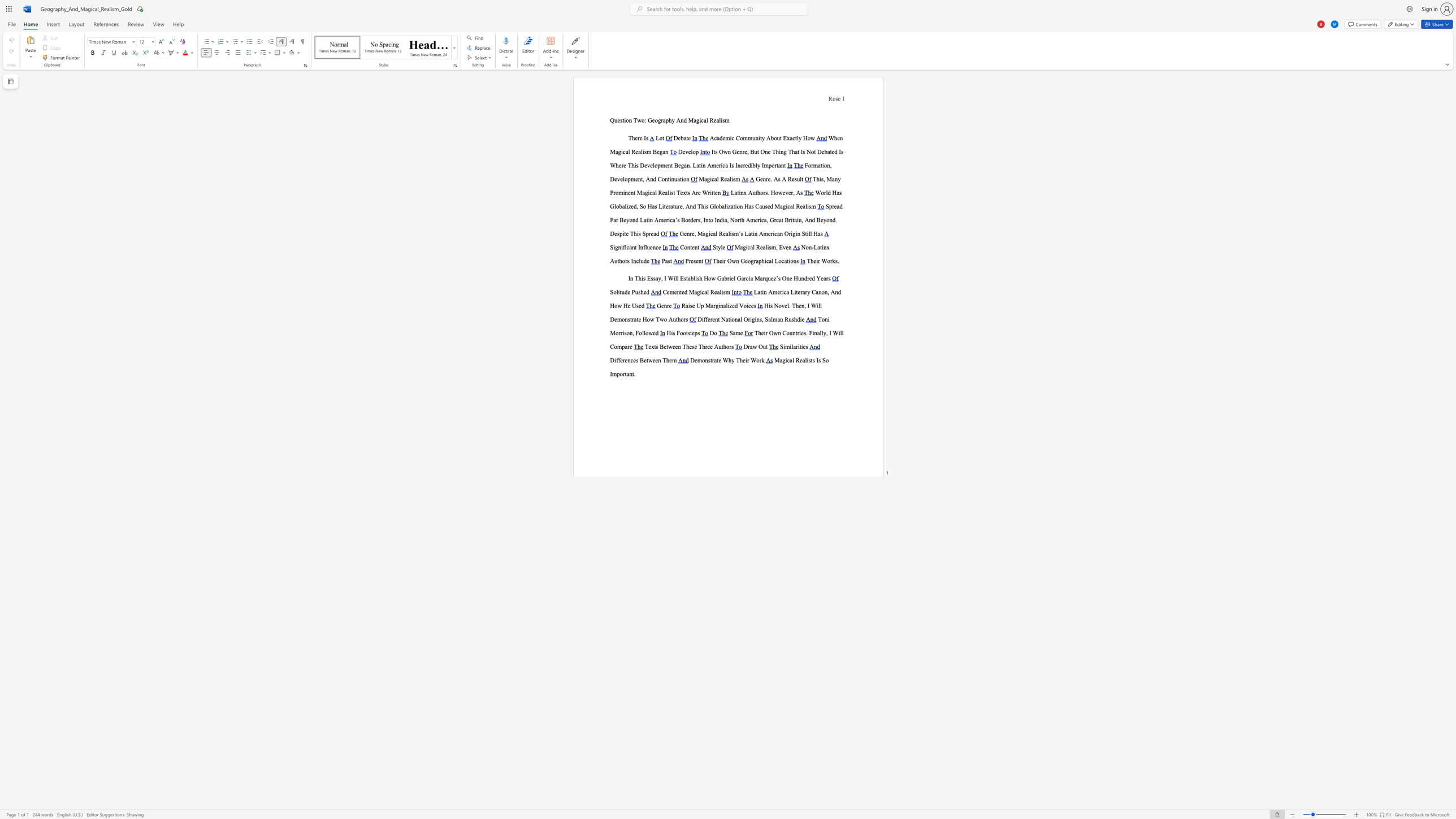 The width and height of the screenshot is (1456, 819). Describe the element at coordinates (778, 193) in the screenshot. I see `the subset text "wever, As" within the text "Latinx Authors. However, As"` at that location.